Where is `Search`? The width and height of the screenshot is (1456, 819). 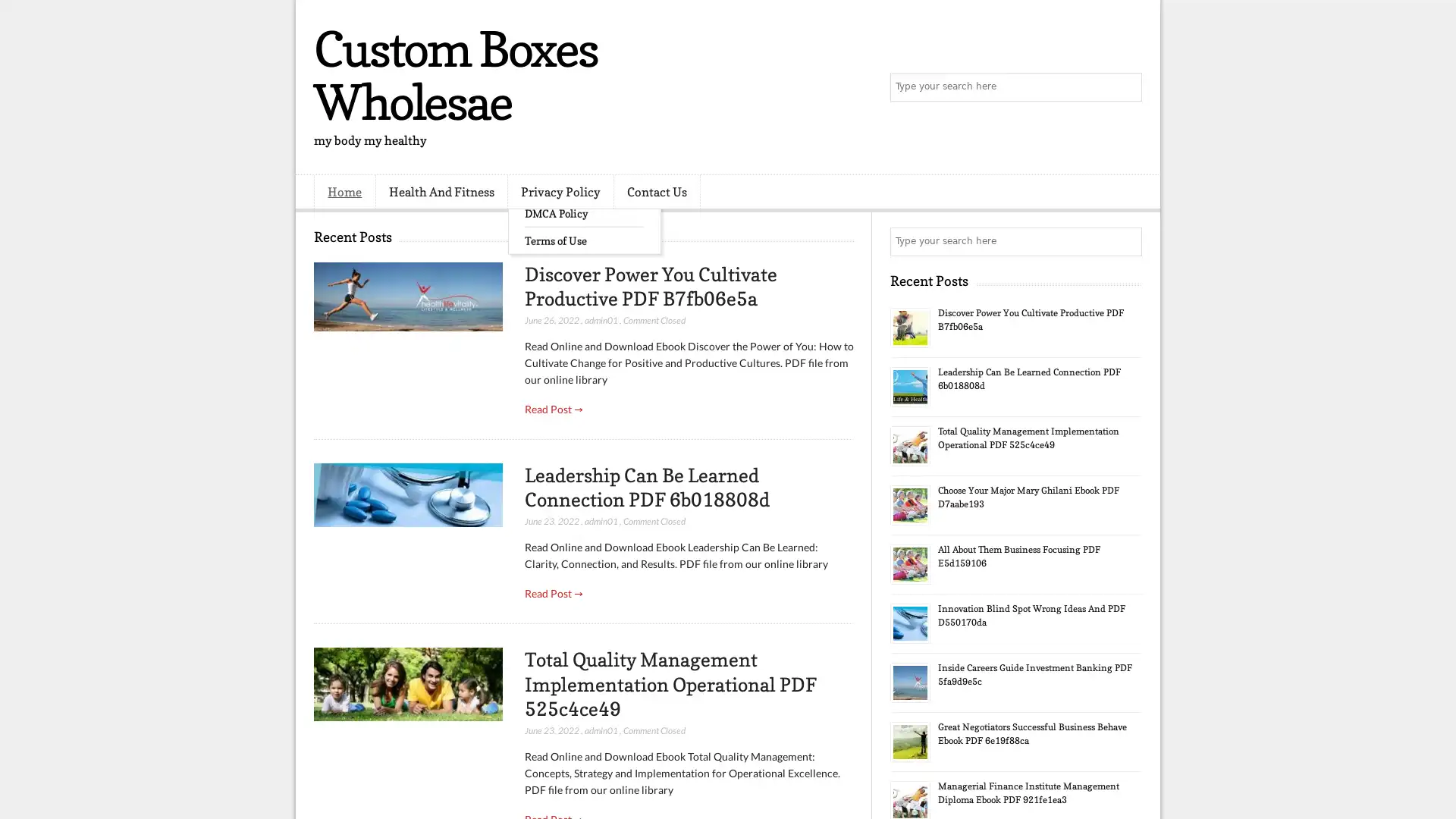 Search is located at coordinates (1126, 87).